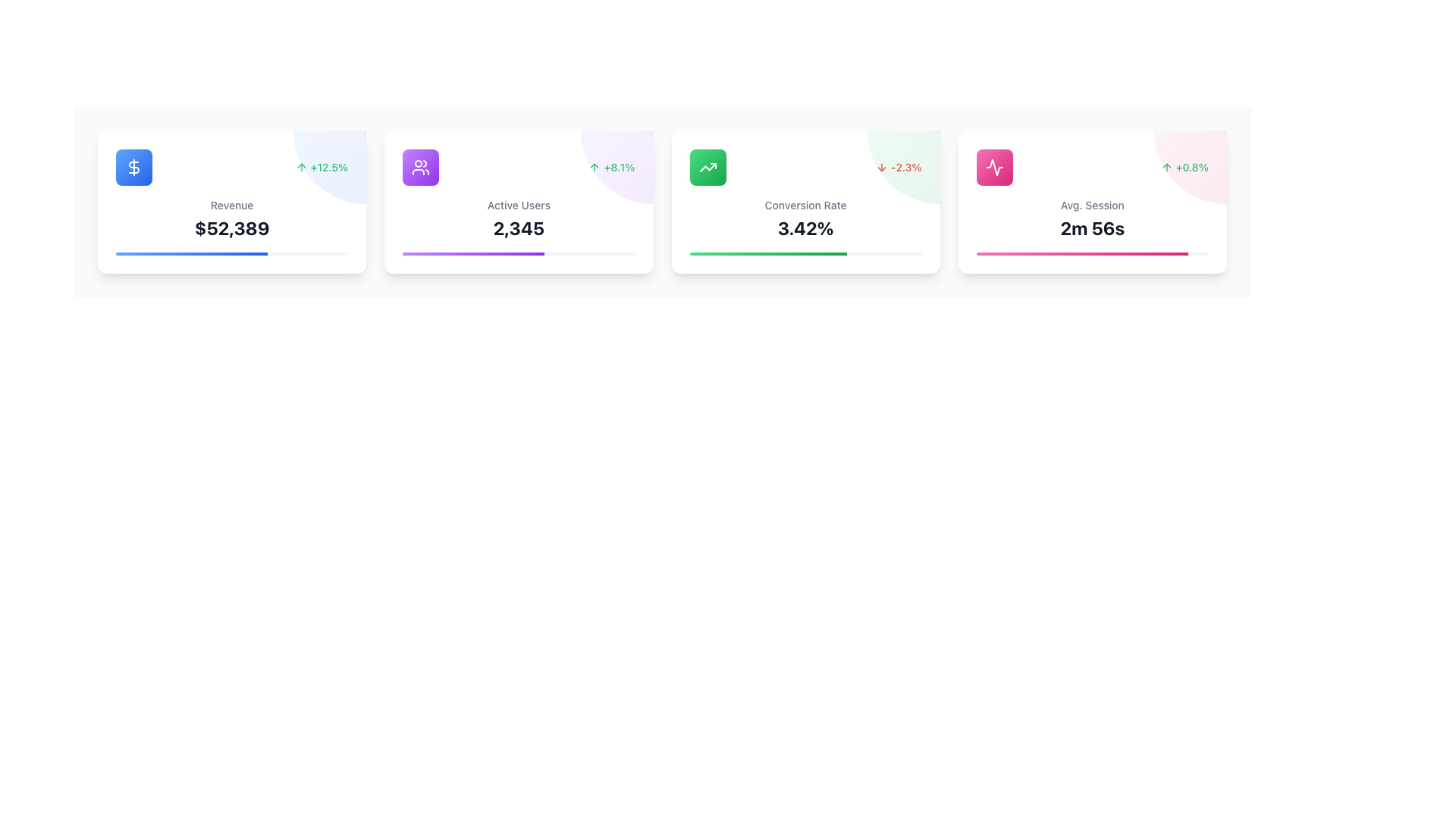  I want to click on the 'Active Users' icon located in the top-left corner of the second panel from the left, which displays the title 'Active Users' and the statistic '2,345', so click(421, 167).